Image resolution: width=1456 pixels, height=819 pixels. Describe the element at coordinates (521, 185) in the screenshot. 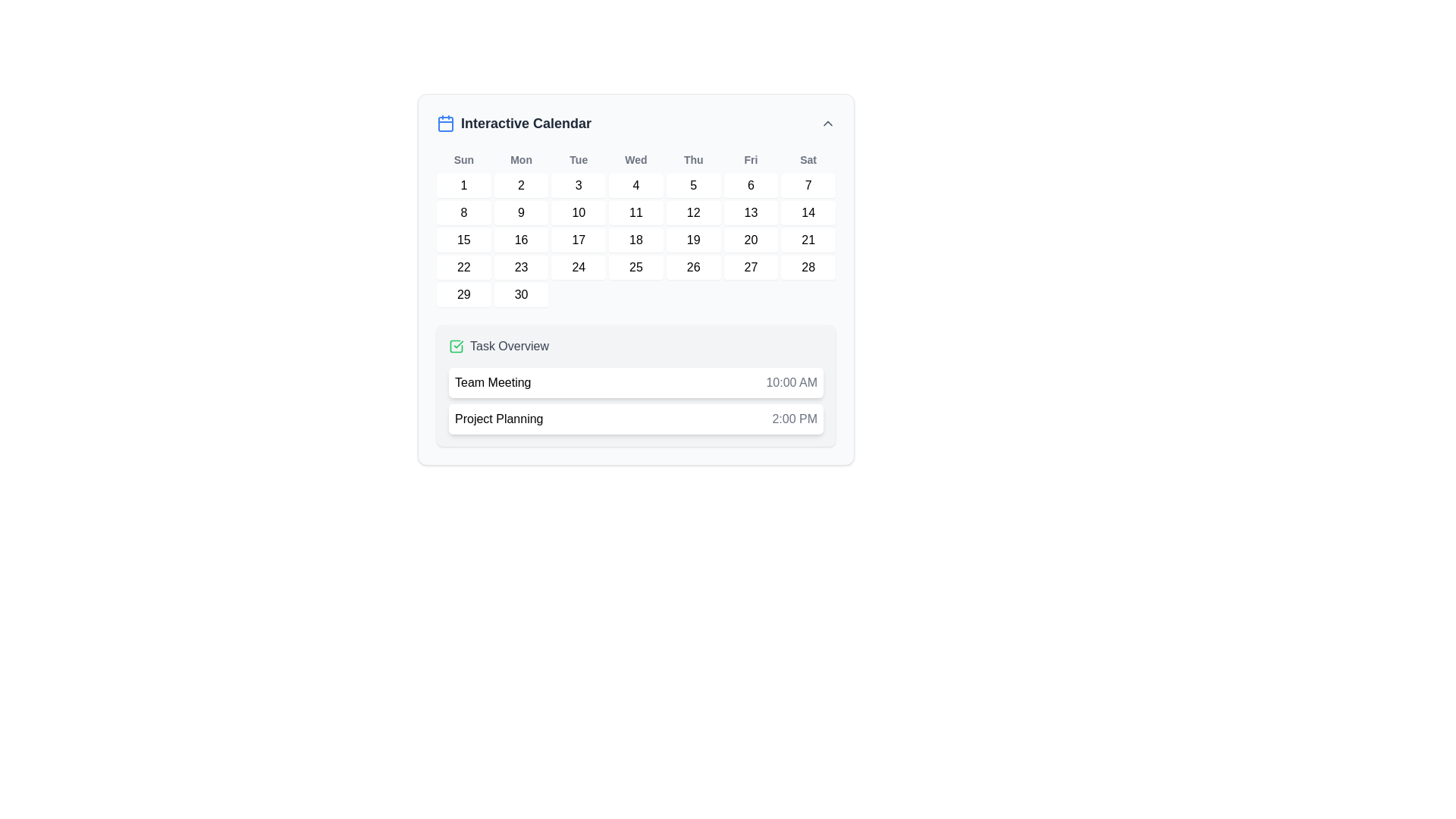

I see `the selectable date button for the '2nd' of the month in the calendar interface` at that location.